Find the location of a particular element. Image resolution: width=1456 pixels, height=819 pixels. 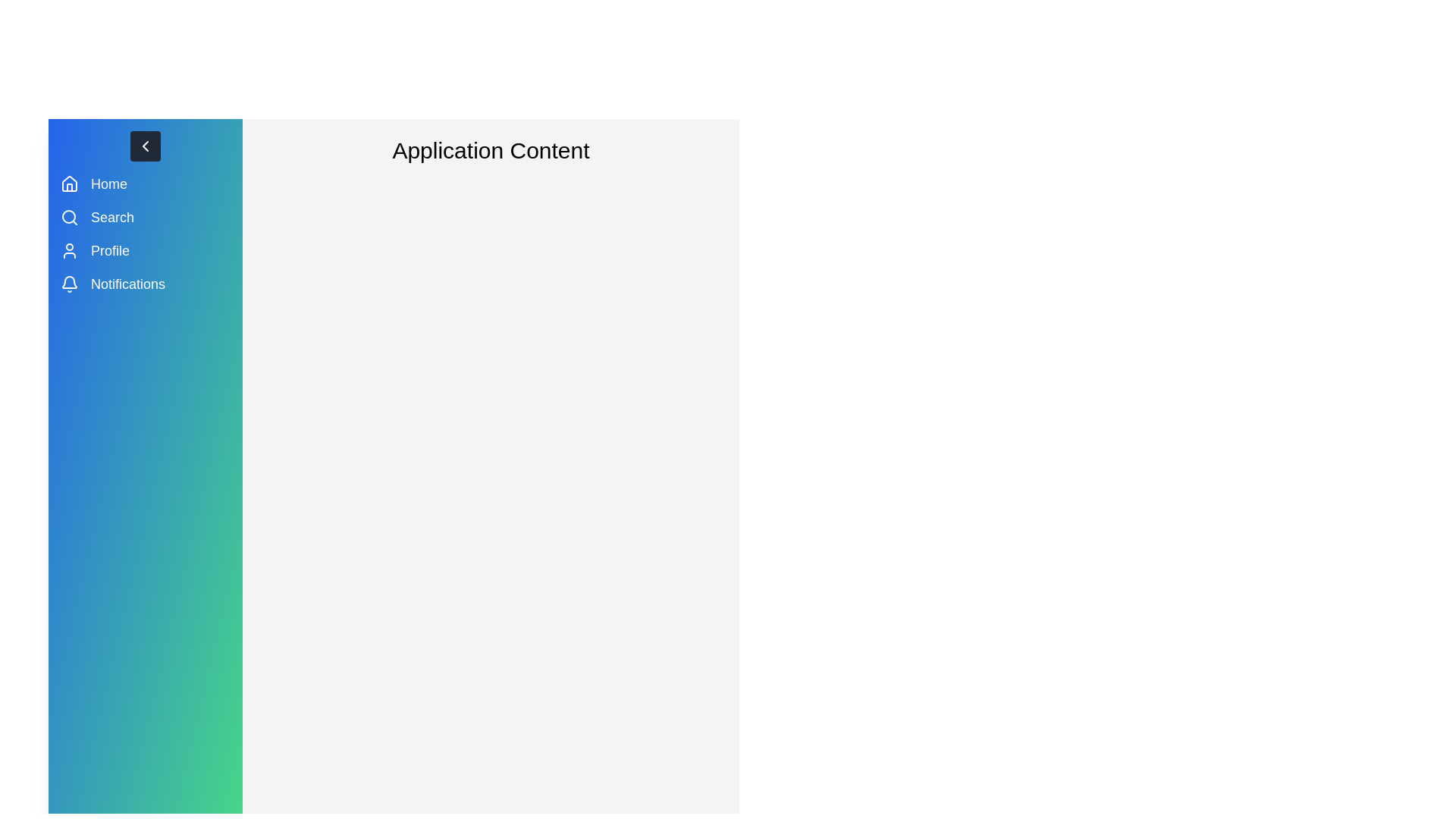

the toggle button to toggle the drawer state is located at coordinates (146, 146).